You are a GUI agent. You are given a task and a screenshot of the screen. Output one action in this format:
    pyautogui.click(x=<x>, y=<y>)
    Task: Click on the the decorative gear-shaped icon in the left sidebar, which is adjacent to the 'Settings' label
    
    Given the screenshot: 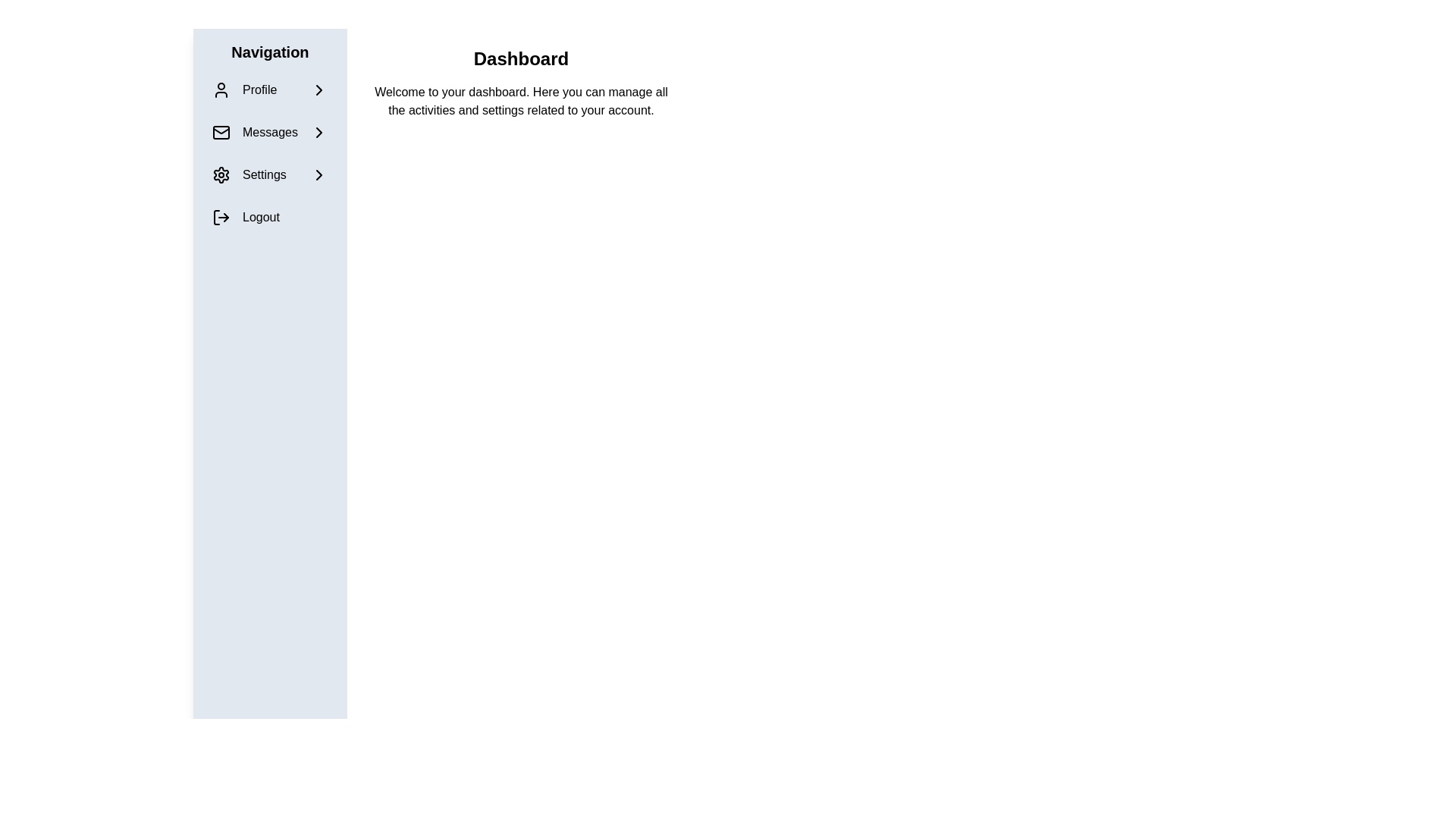 What is the action you would take?
    pyautogui.click(x=221, y=174)
    